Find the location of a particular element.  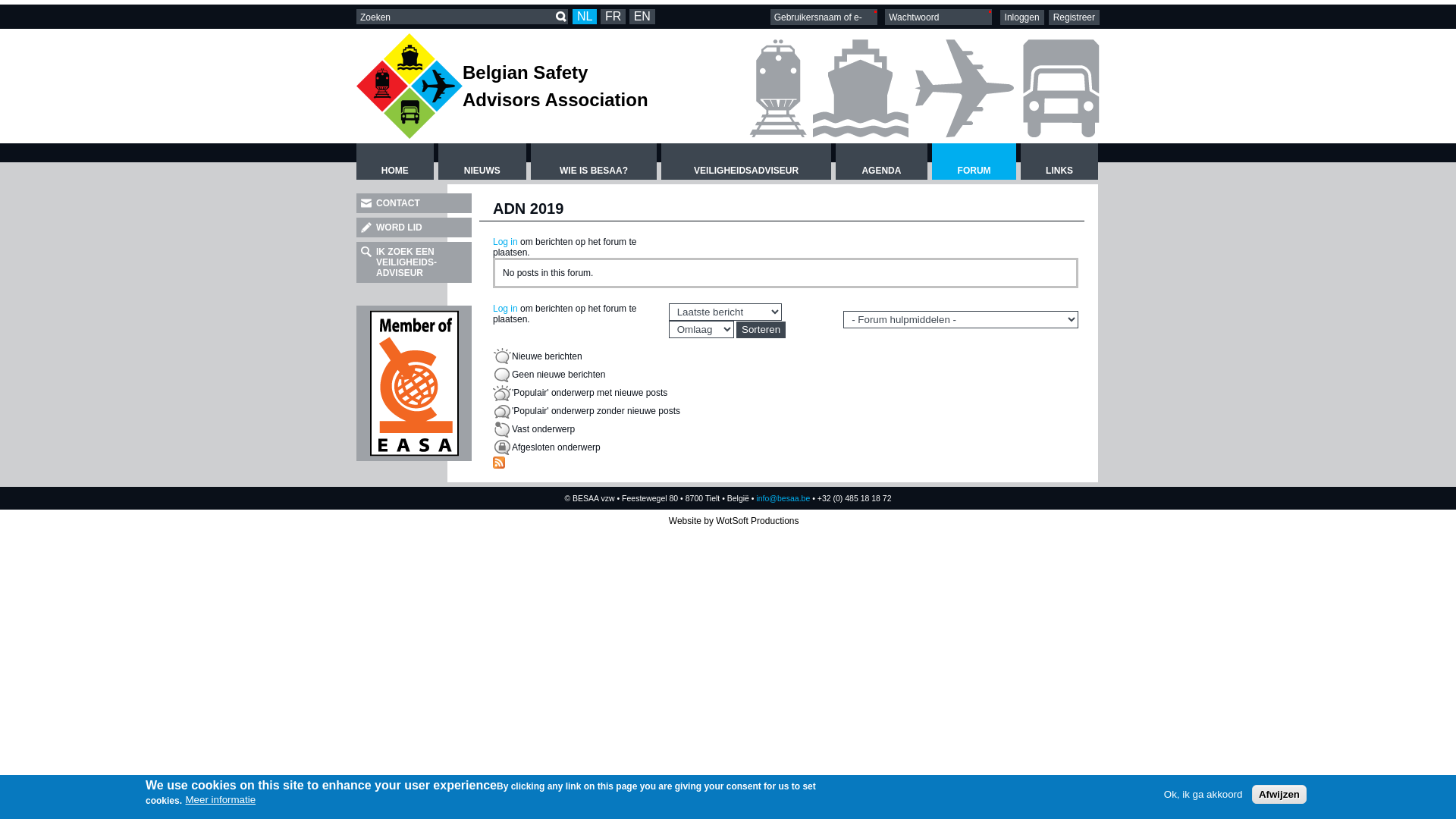

'Abonneren op RSS - ADN 2019' is located at coordinates (498, 462).